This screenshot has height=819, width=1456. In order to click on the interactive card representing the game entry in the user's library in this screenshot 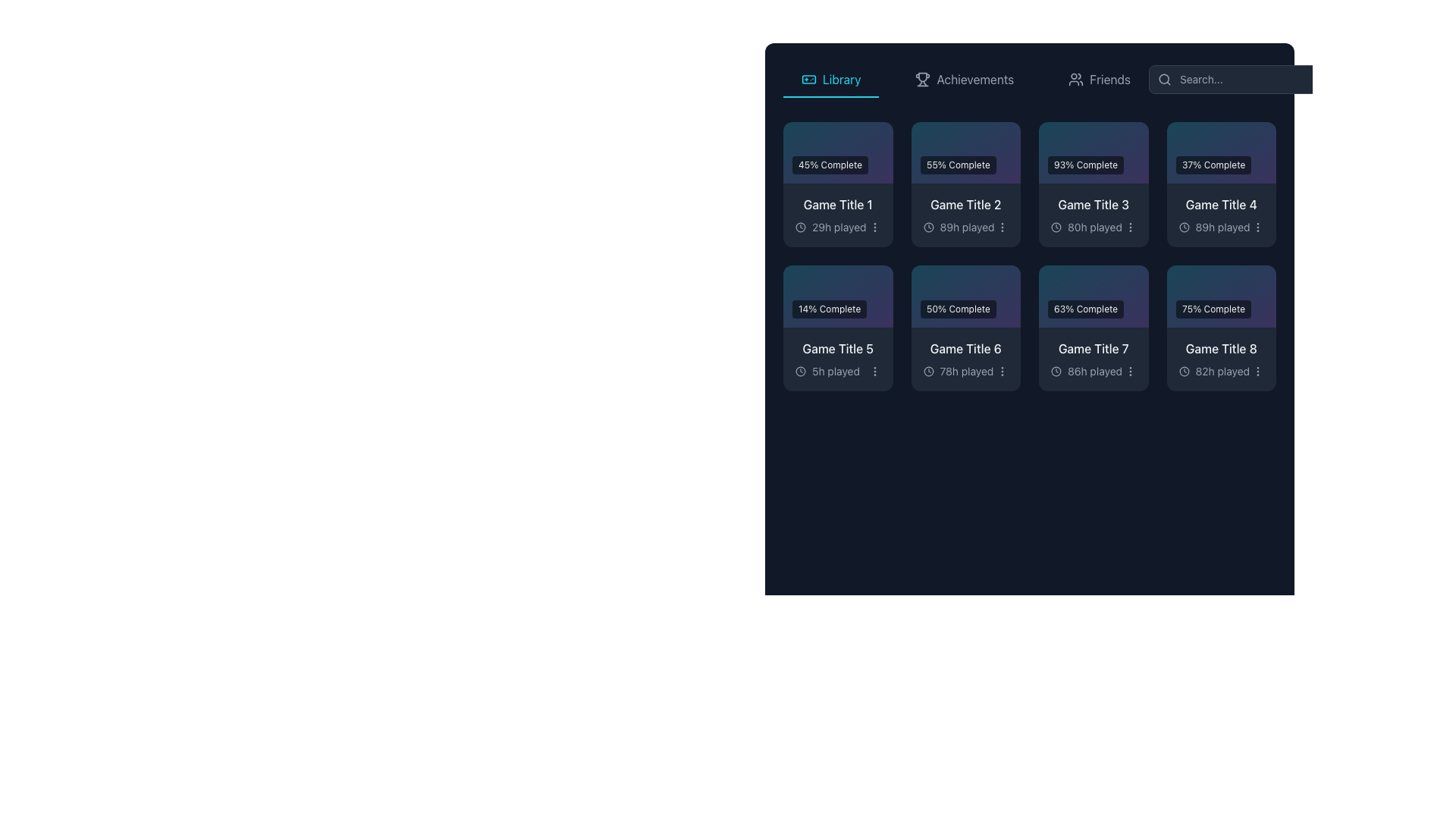, I will do `click(965, 184)`.